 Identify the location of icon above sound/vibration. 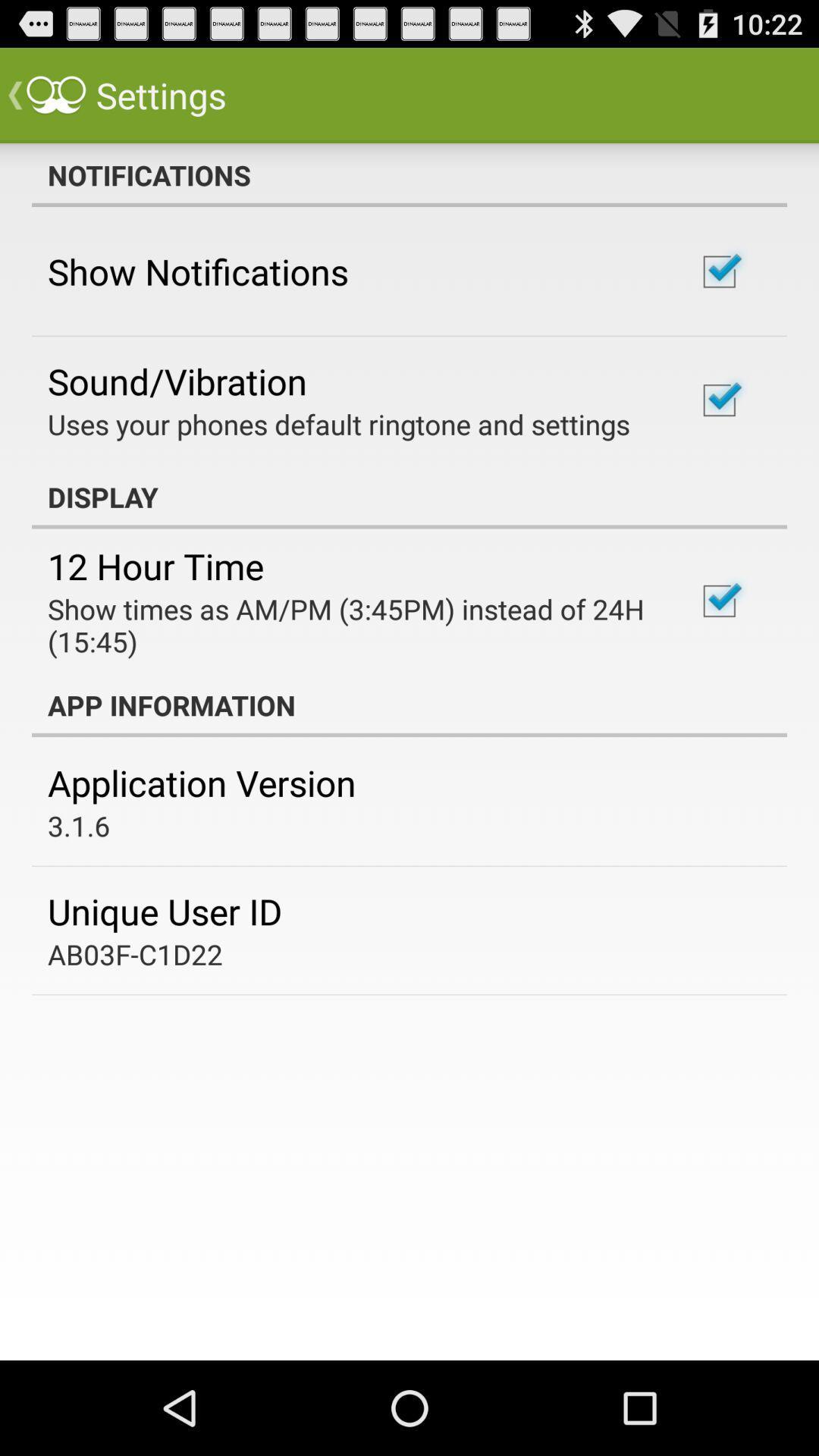
(197, 271).